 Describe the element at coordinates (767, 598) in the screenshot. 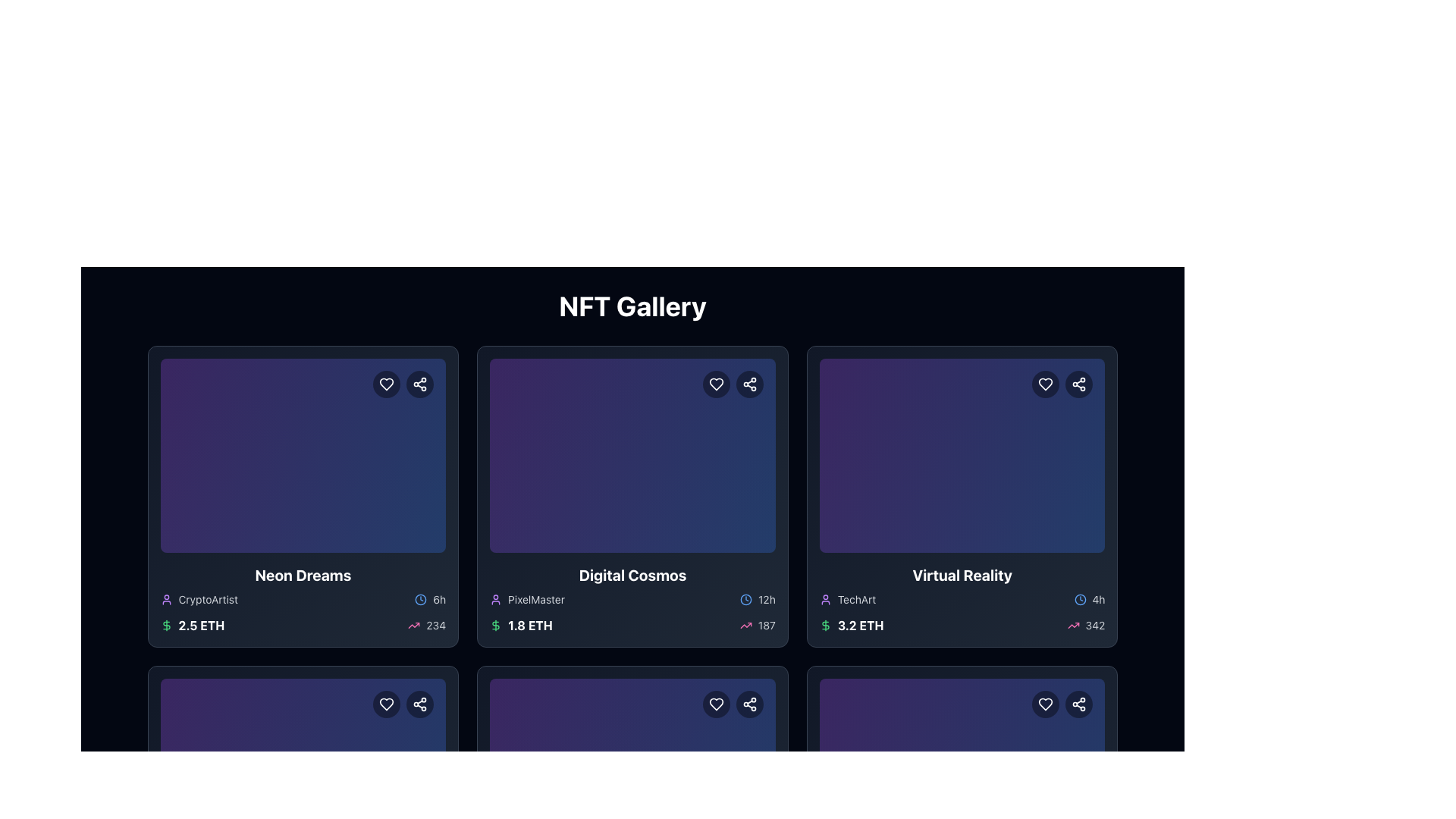

I see `text content of the light gray Text Label displaying '12h', which is located to the right of a small clock icon within the 'Digital Cosmos' card` at that location.